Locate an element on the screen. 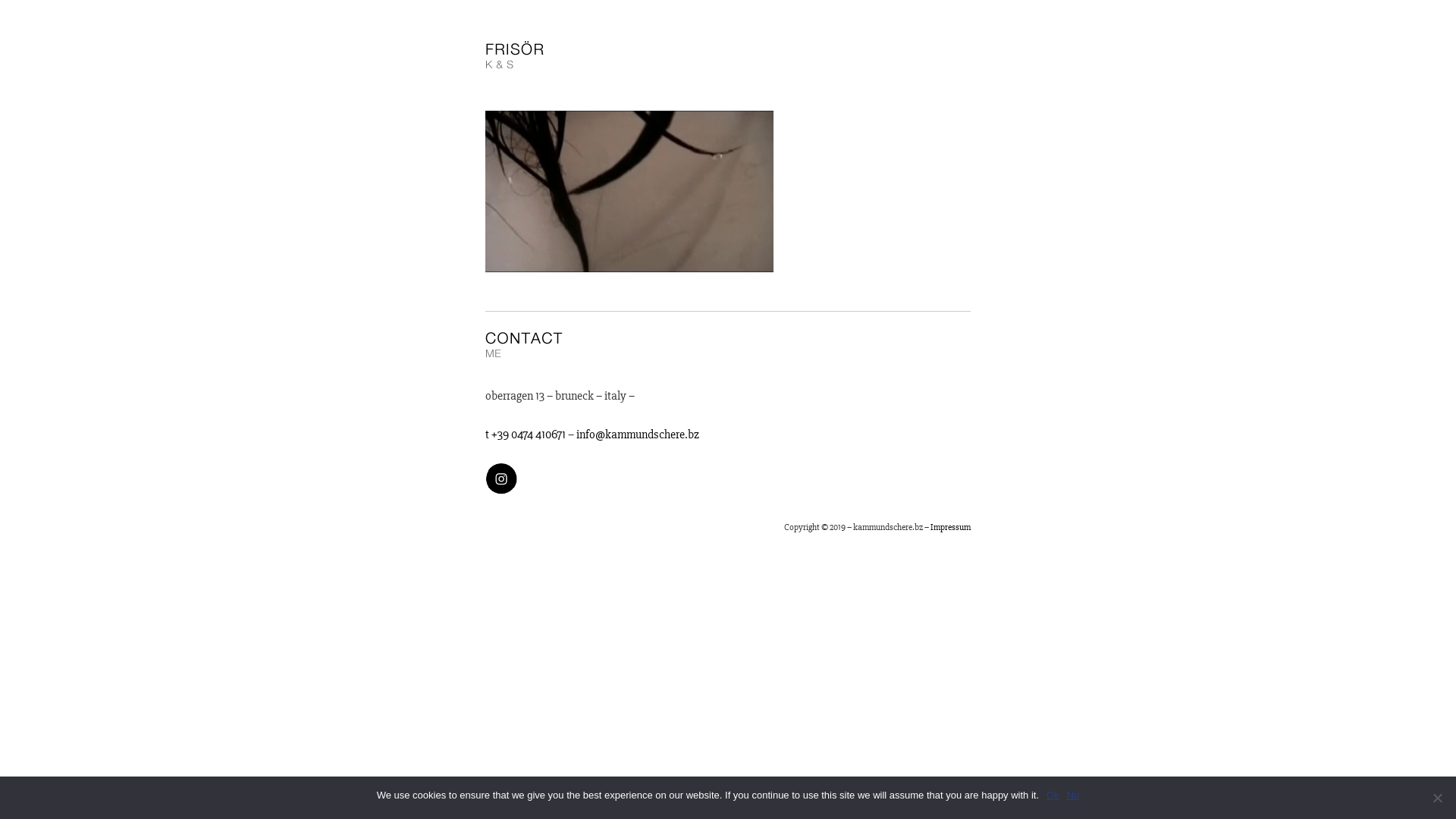 The width and height of the screenshot is (1456, 819). 'Ok' is located at coordinates (1052, 795).